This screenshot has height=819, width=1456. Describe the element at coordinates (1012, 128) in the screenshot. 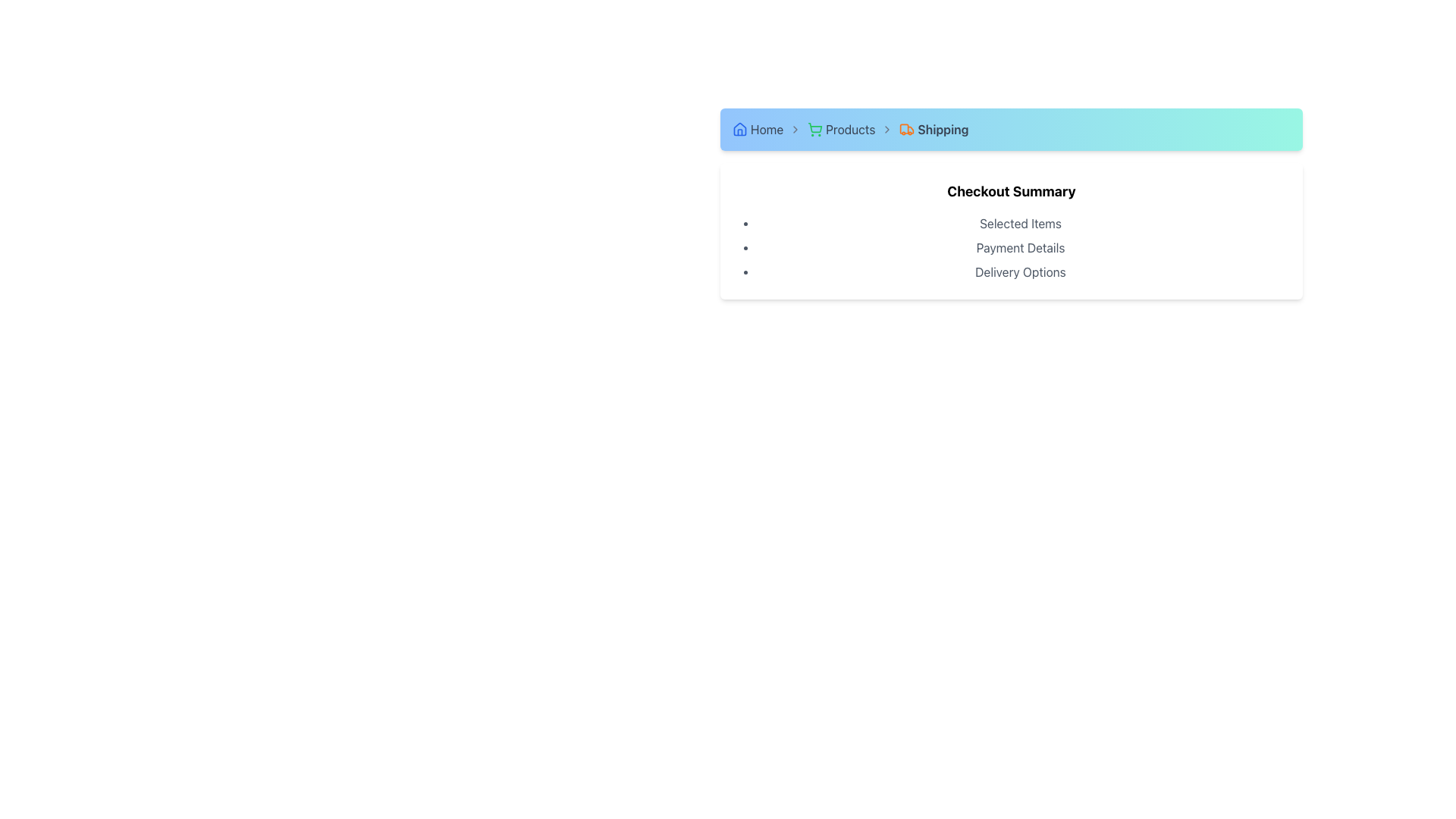

I see `the 'Shipping' breadcrumb in the Breadcrumb Navigation with a gradient background, rounded corners, and shadow effect to refresh the current page` at that location.